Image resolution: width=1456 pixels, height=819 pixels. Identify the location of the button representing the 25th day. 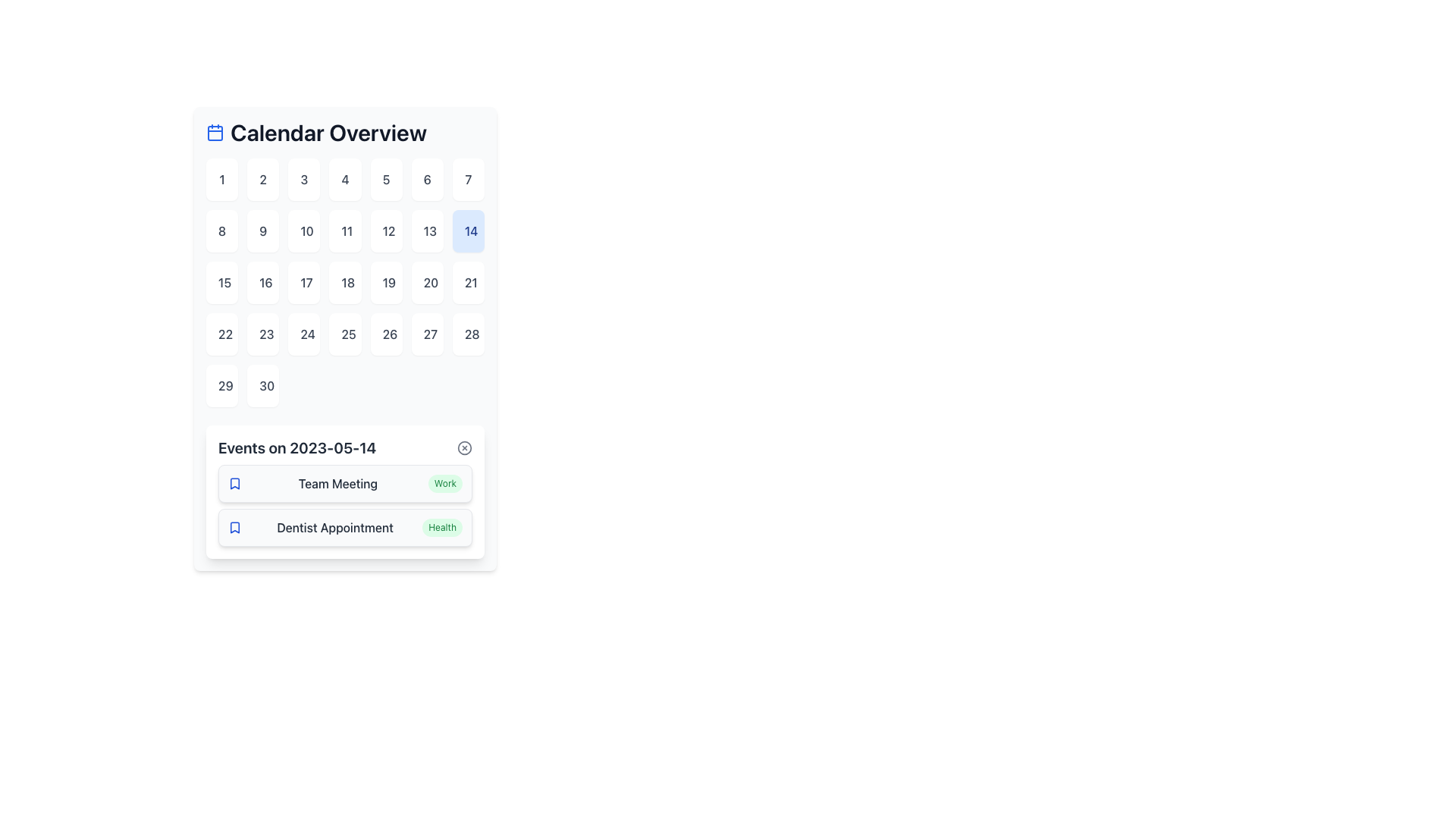
(344, 333).